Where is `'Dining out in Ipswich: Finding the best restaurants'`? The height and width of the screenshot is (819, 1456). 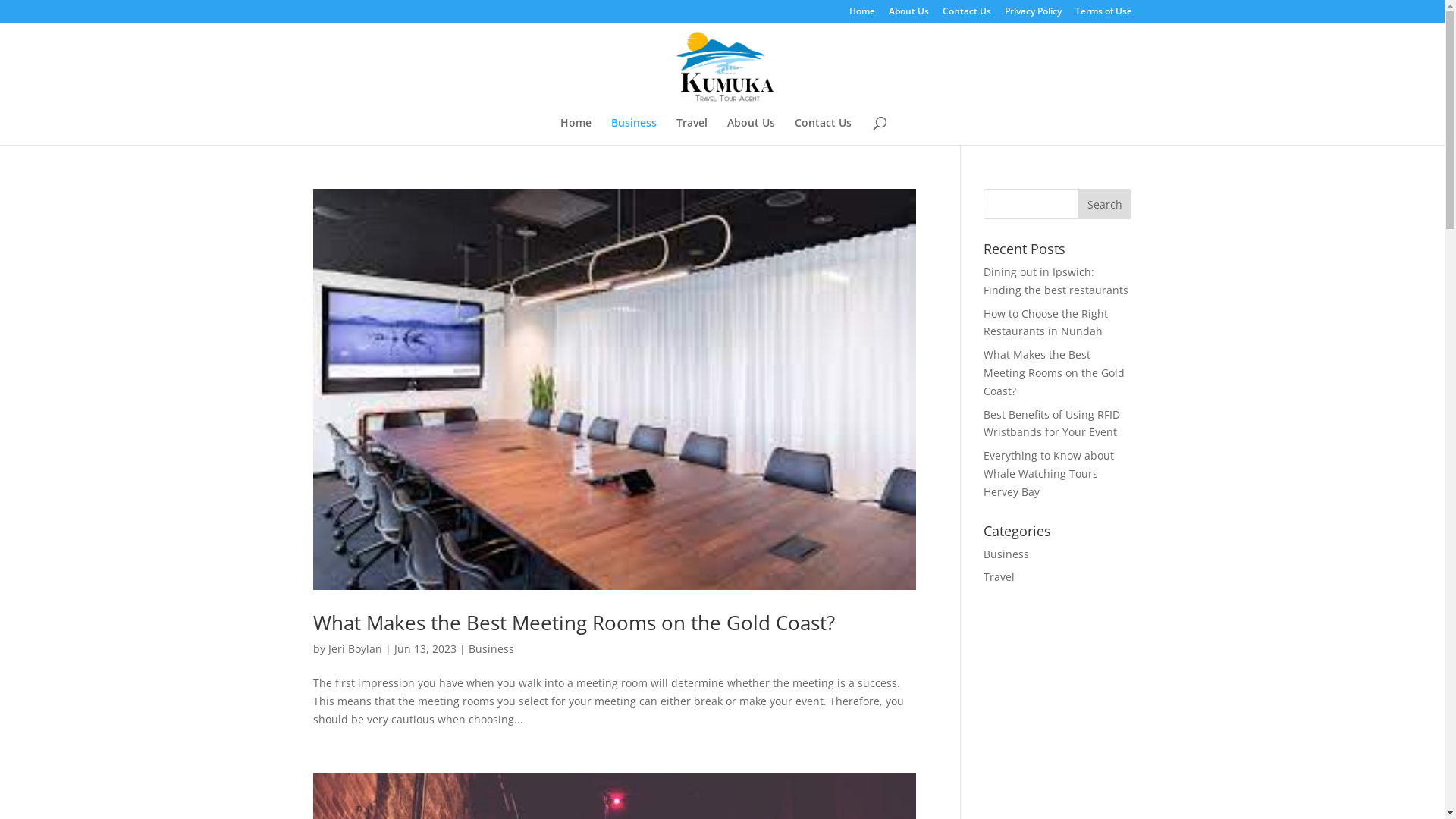 'Dining out in Ipswich: Finding the best restaurants' is located at coordinates (1055, 281).